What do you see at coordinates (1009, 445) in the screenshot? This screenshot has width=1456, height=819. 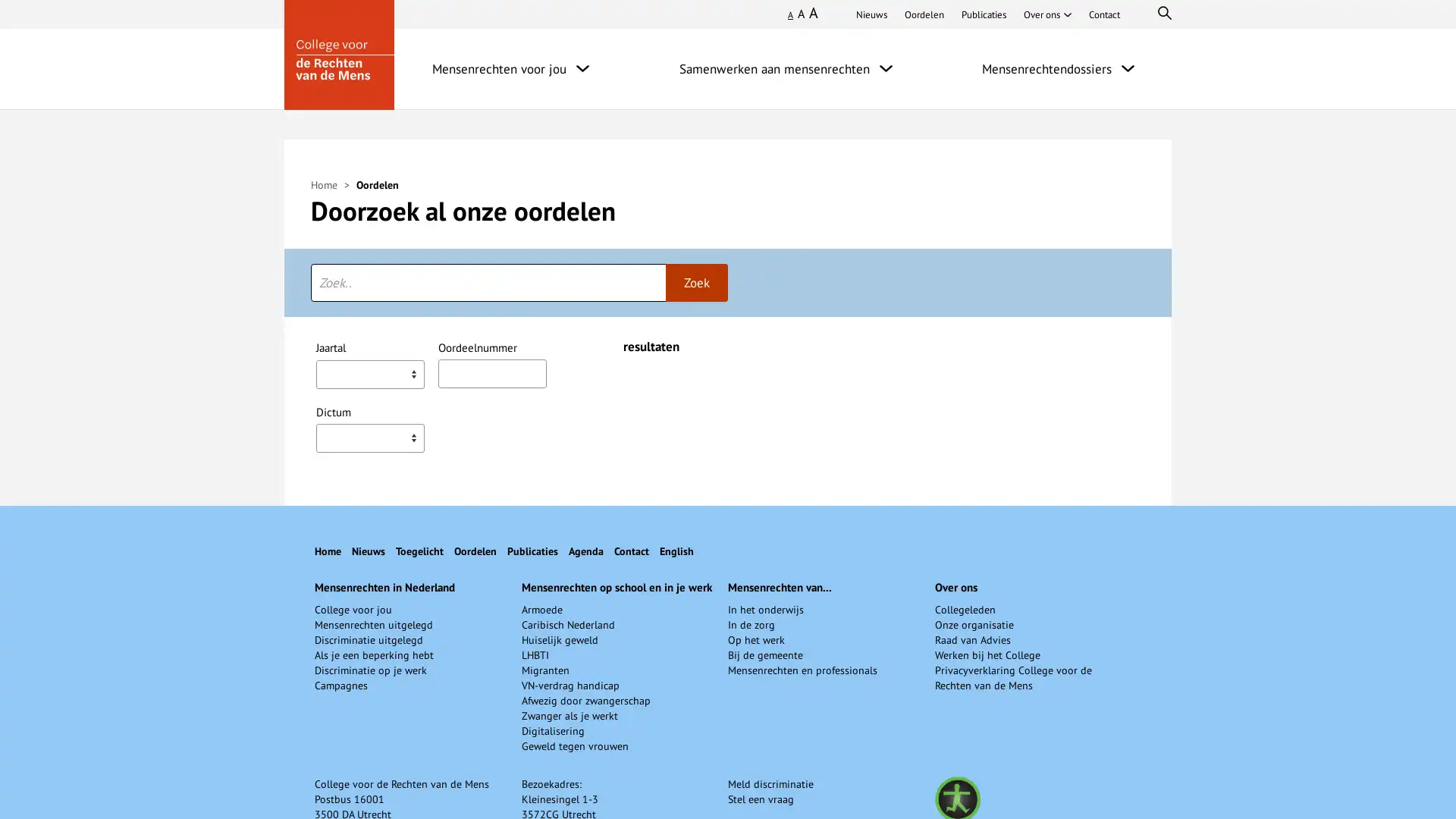 I see `Discriminatie op de werkvloer,` at bounding box center [1009, 445].